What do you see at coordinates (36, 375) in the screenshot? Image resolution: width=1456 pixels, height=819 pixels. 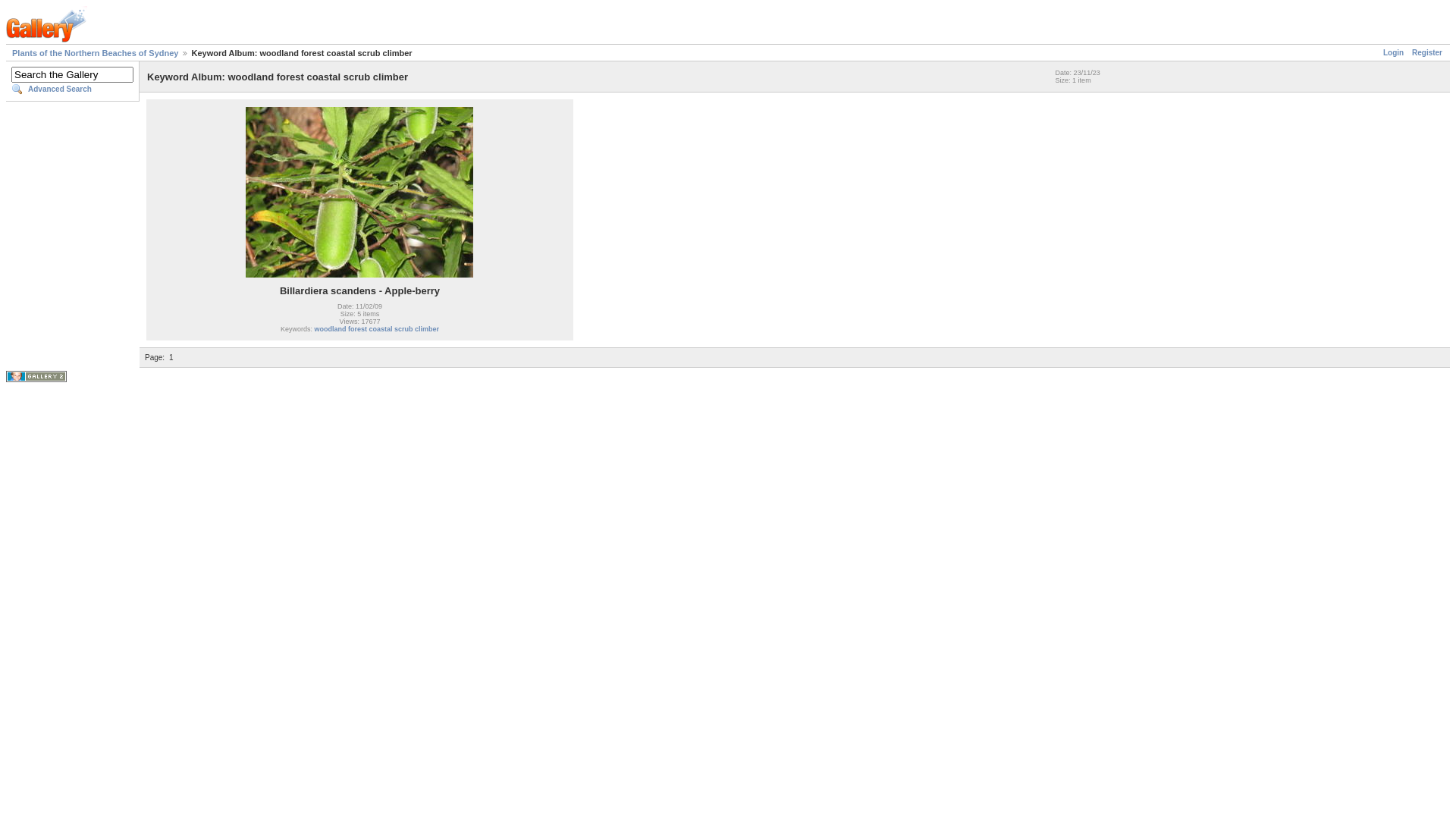 I see `'Powered by Gallery v2.2'` at bounding box center [36, 375].